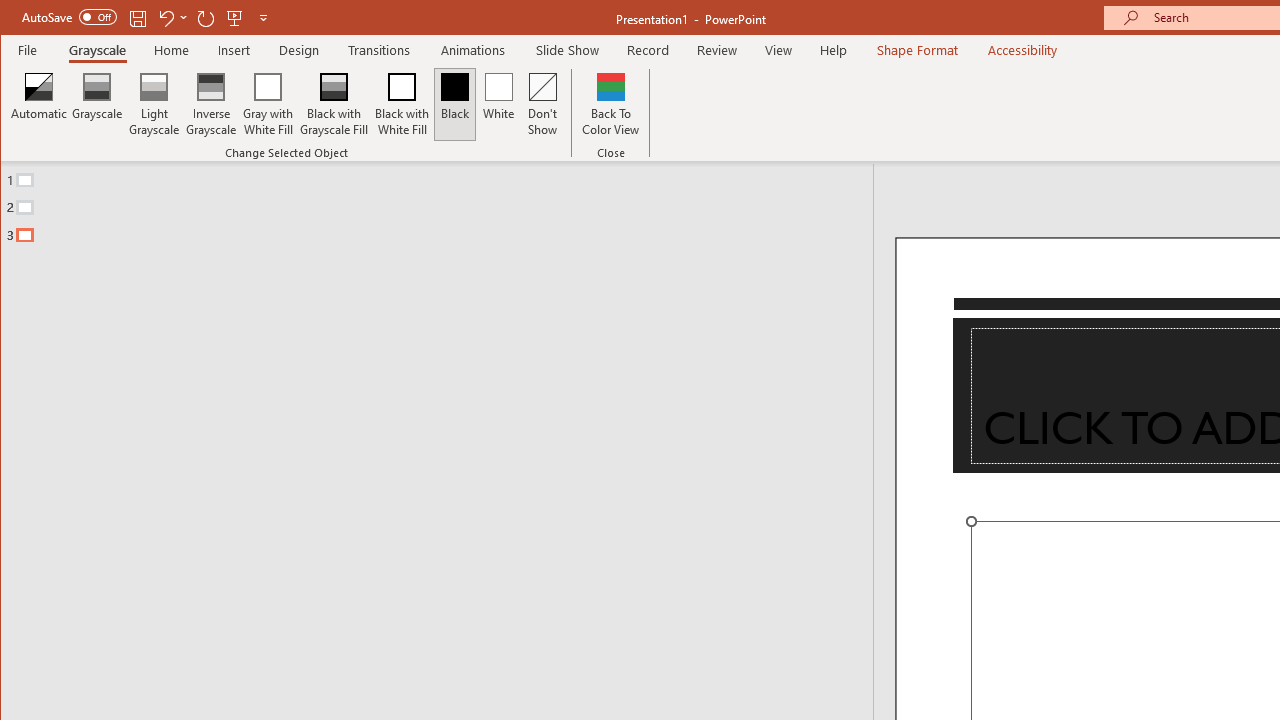 This screenshot has height=720, width=1280. Describe the element at coordinates (543, 104) in the screenshot. I see `'Don'` at that location.